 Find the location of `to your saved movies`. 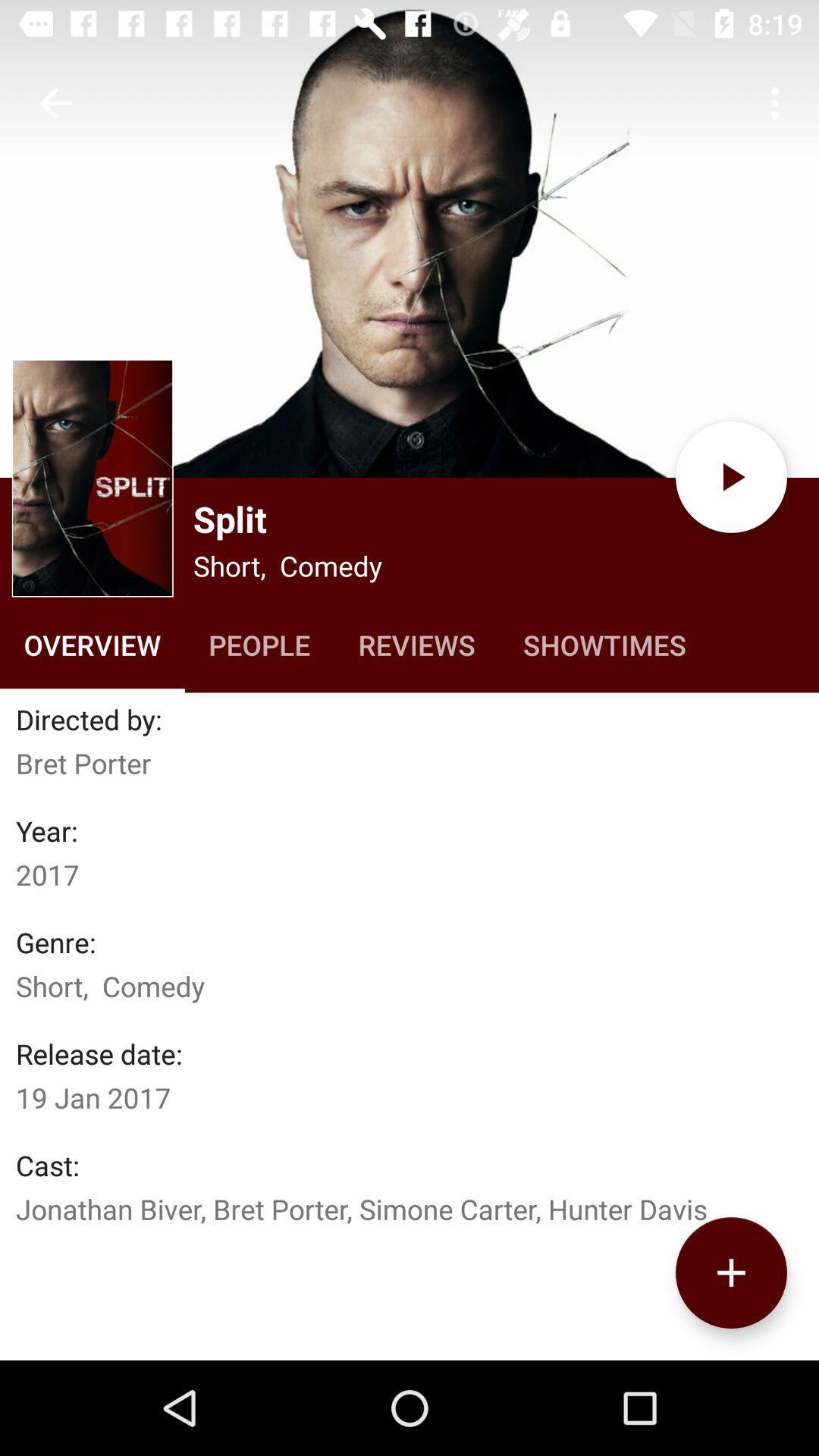

to your saved movies is located at coordinates (730, 1272).